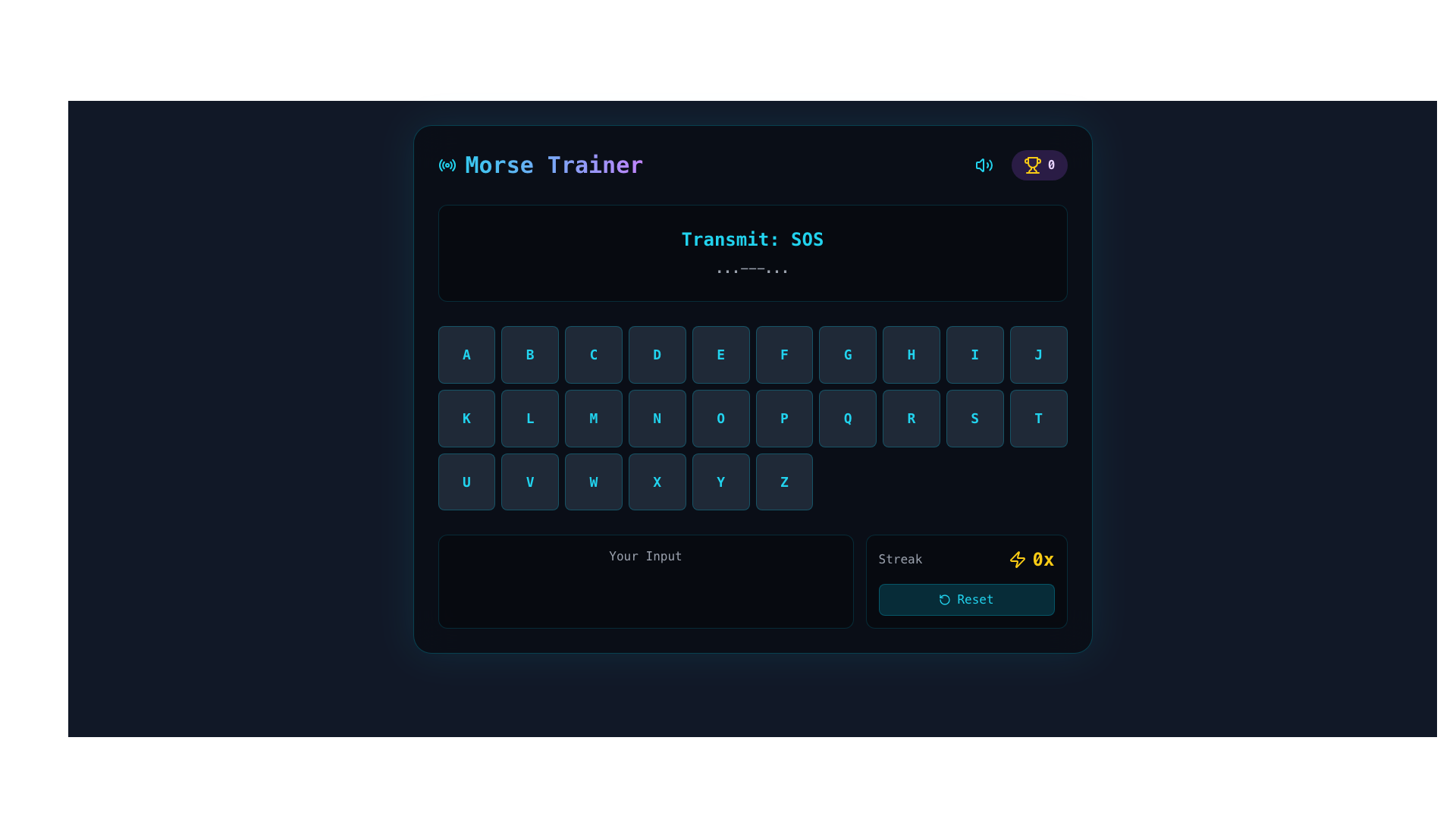 This screenshot has width=1456, height=819. I want to click on the square button with a rounded design that has a dark gray background and a cyan border, displaying the bold uppercase letter 'L', located in the second row of a grid of buttons, so click(530, 418).